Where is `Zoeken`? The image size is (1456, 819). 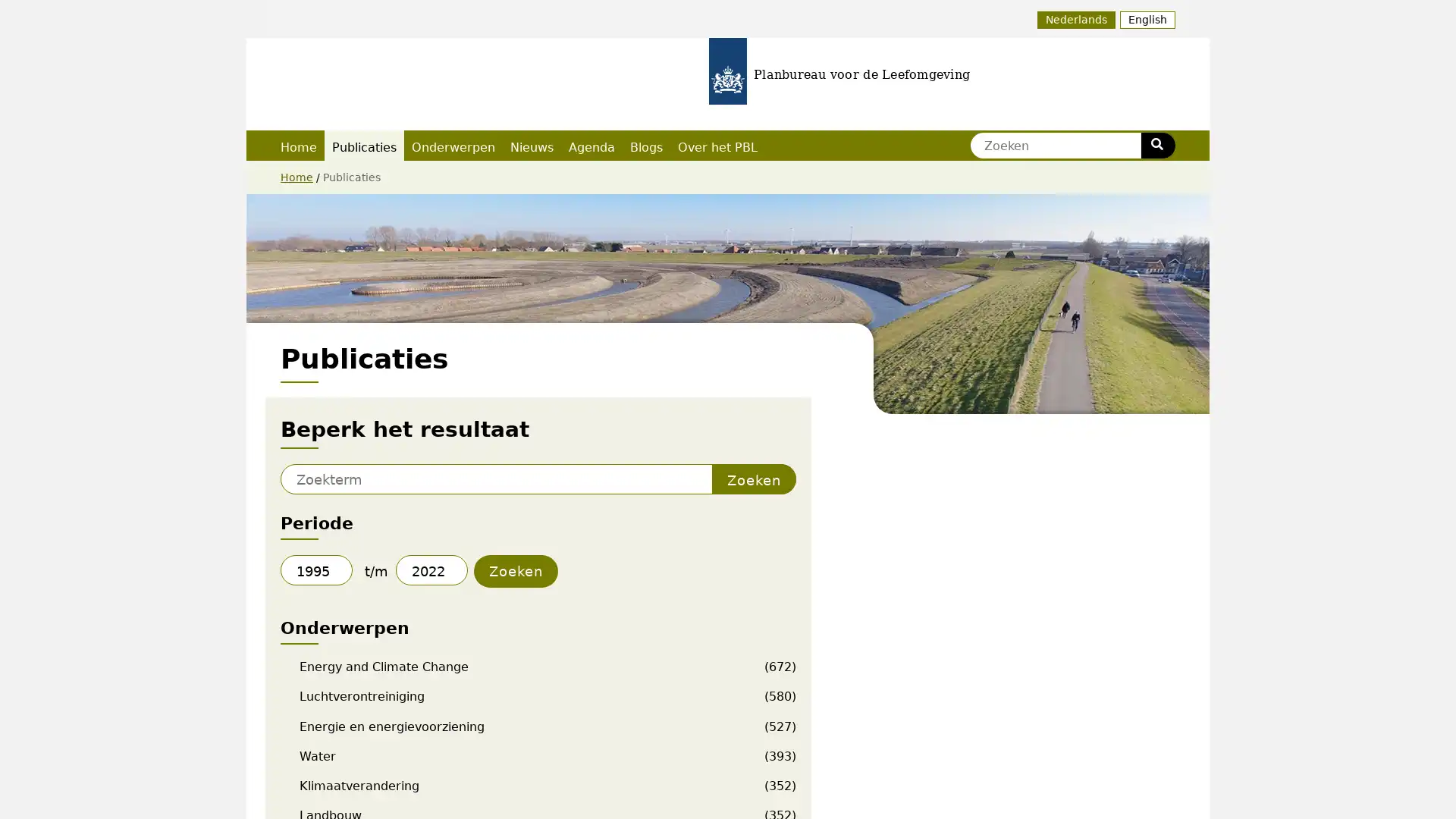
Zoeken is located at coordinates (1156, 146).